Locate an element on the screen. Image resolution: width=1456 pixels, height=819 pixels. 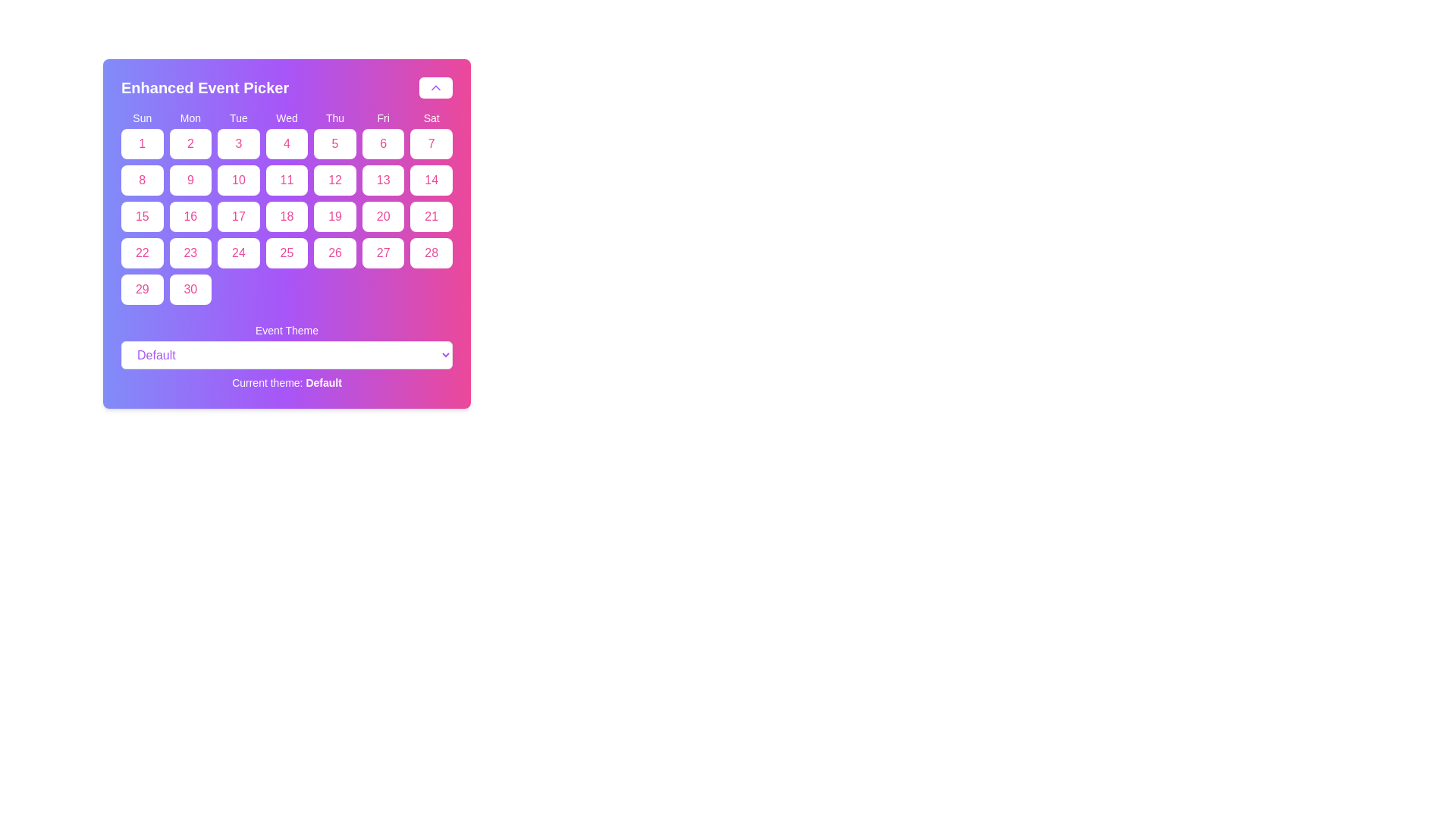
the square-shaped button displaying the number '22' in pink text is located at coordinates (142, 253).